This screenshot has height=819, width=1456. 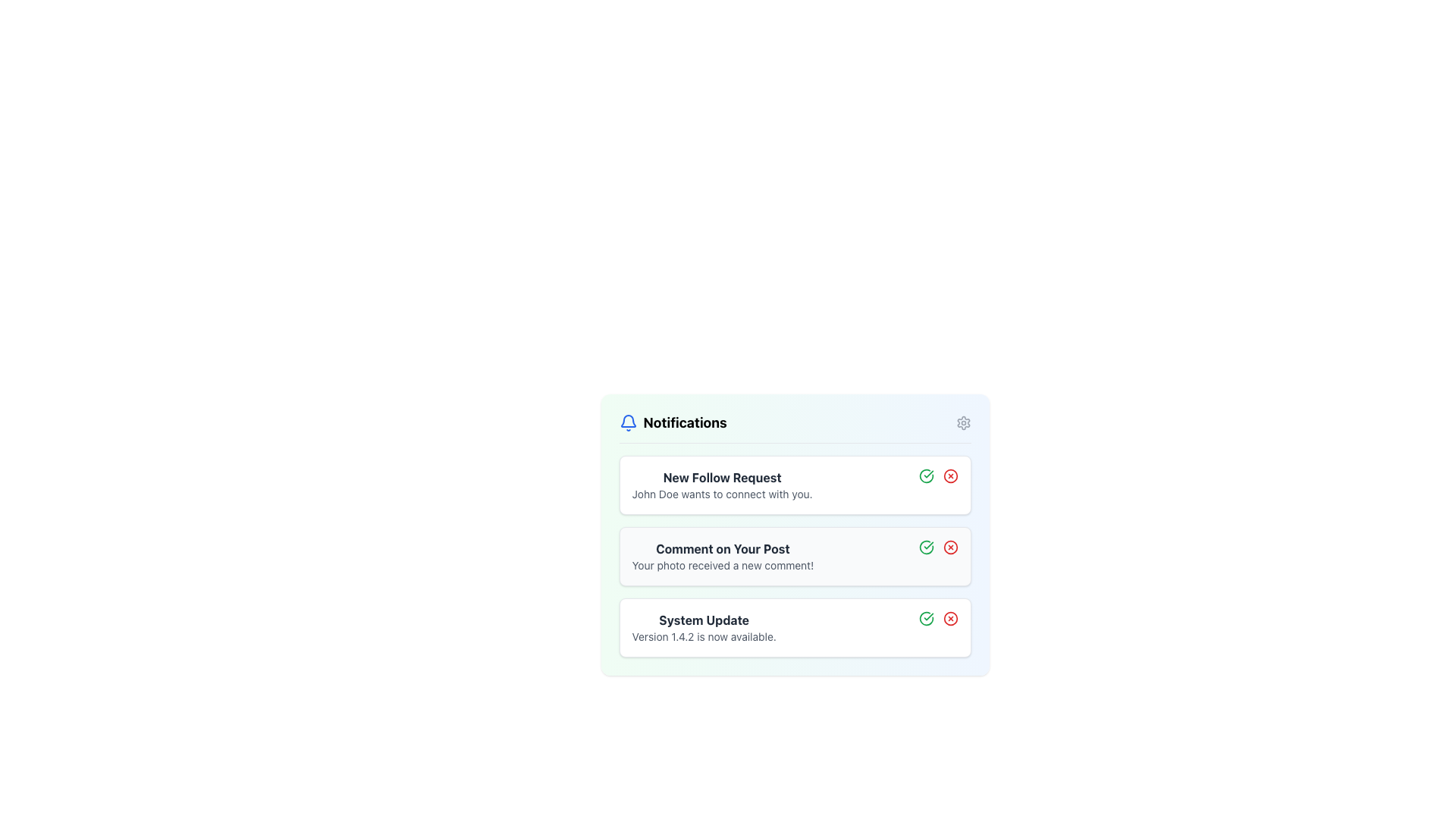 What do you see at coordinates (794, 628) in the screenshot?
I see `the third notification card in the Notifications list to acknowledge the new system update notification (Version 1.4.2)` at bounding box center [794, 628].